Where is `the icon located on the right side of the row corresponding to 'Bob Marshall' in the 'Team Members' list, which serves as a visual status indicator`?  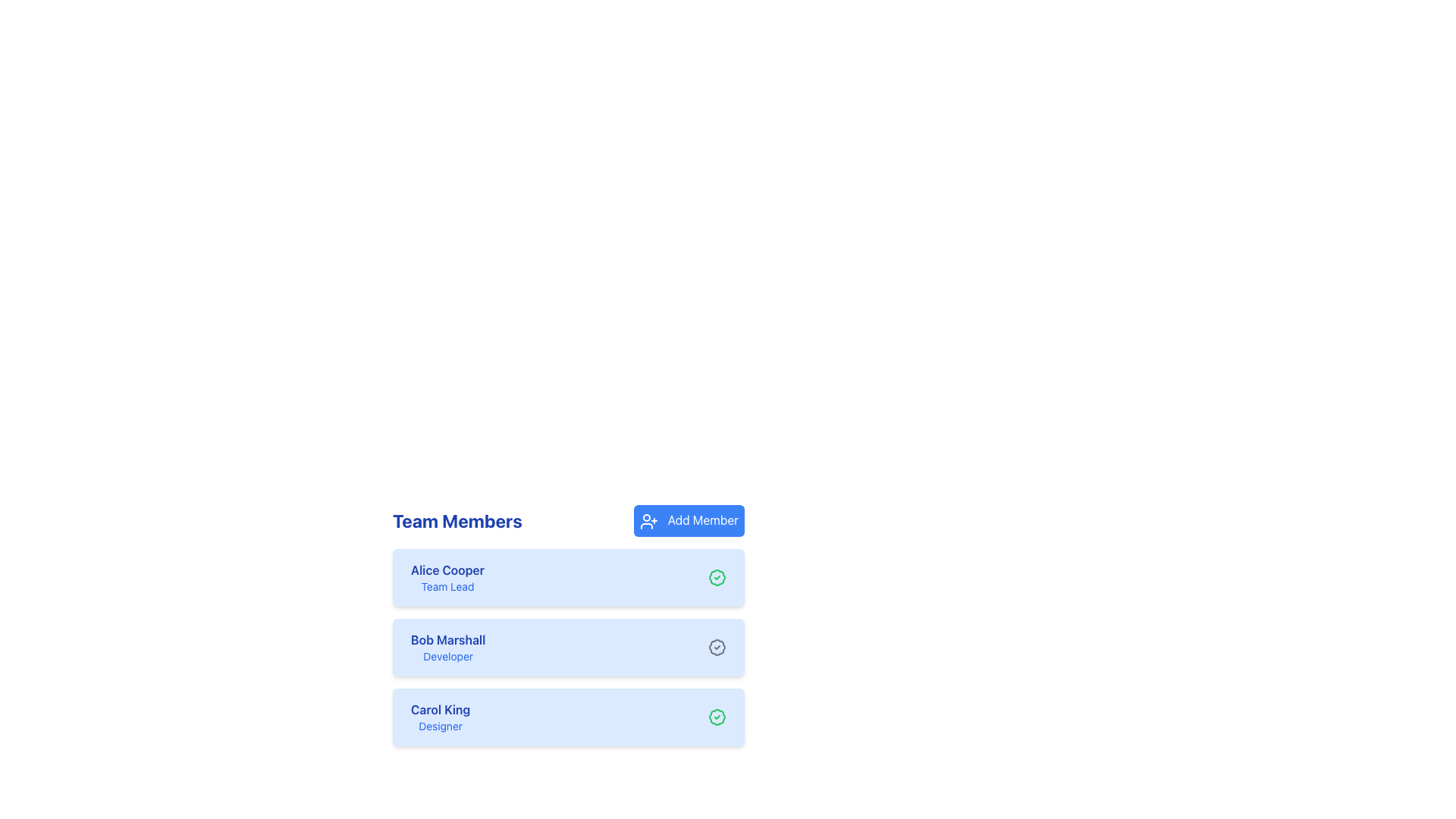
the icon located on the right side of the row corresponding to 'Bob Marshall' in the 'Team Members' list, which serves as a visual status indicator is located at coordinates (716, 647).